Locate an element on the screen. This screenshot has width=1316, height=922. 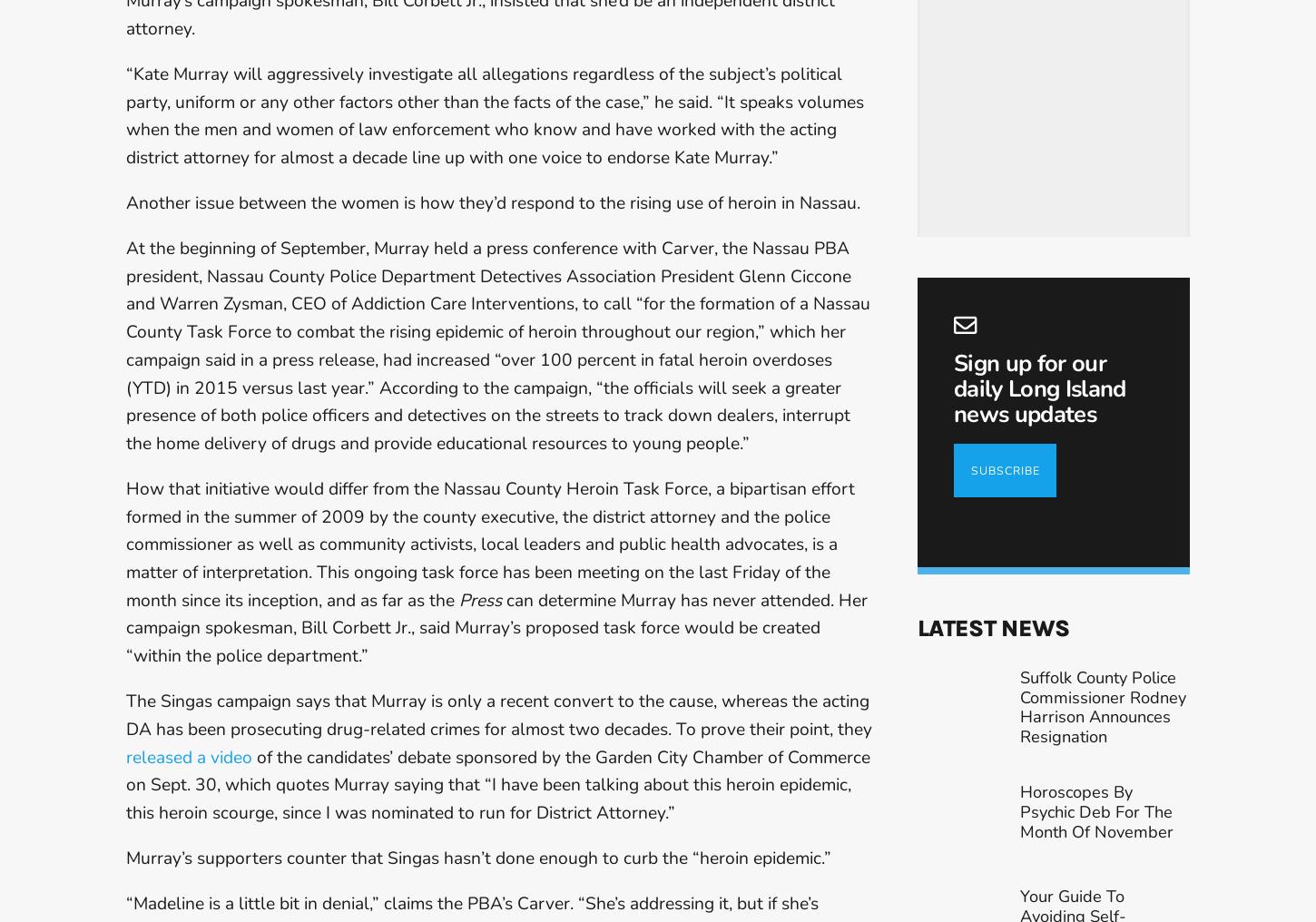
'Sign up for our daily Long Island news updates' is located at coordinates (1038, 419).